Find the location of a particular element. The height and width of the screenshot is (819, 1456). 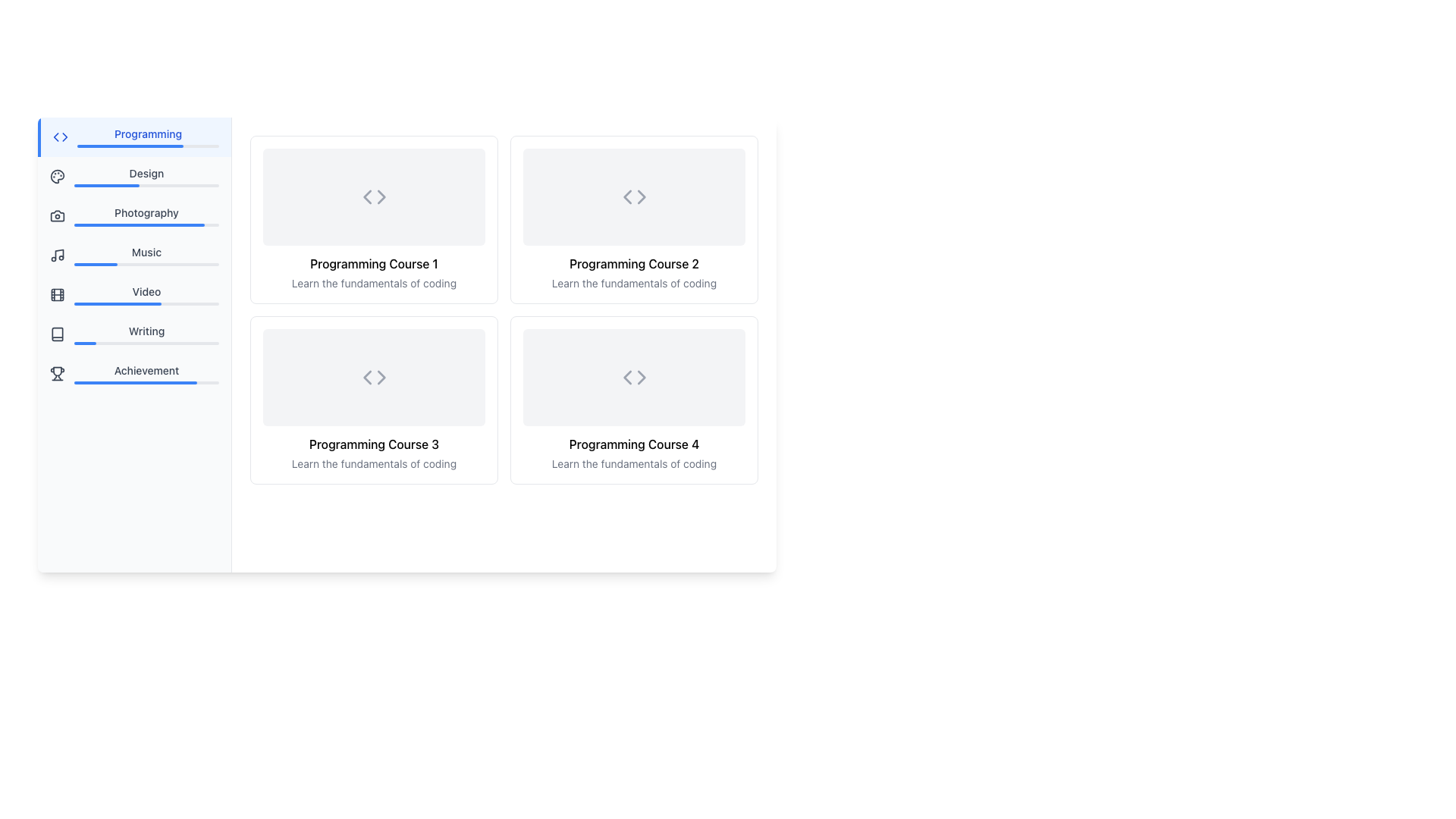

the first item in the vertical list of categories in the sidebar is located at coordinates (134, 137).